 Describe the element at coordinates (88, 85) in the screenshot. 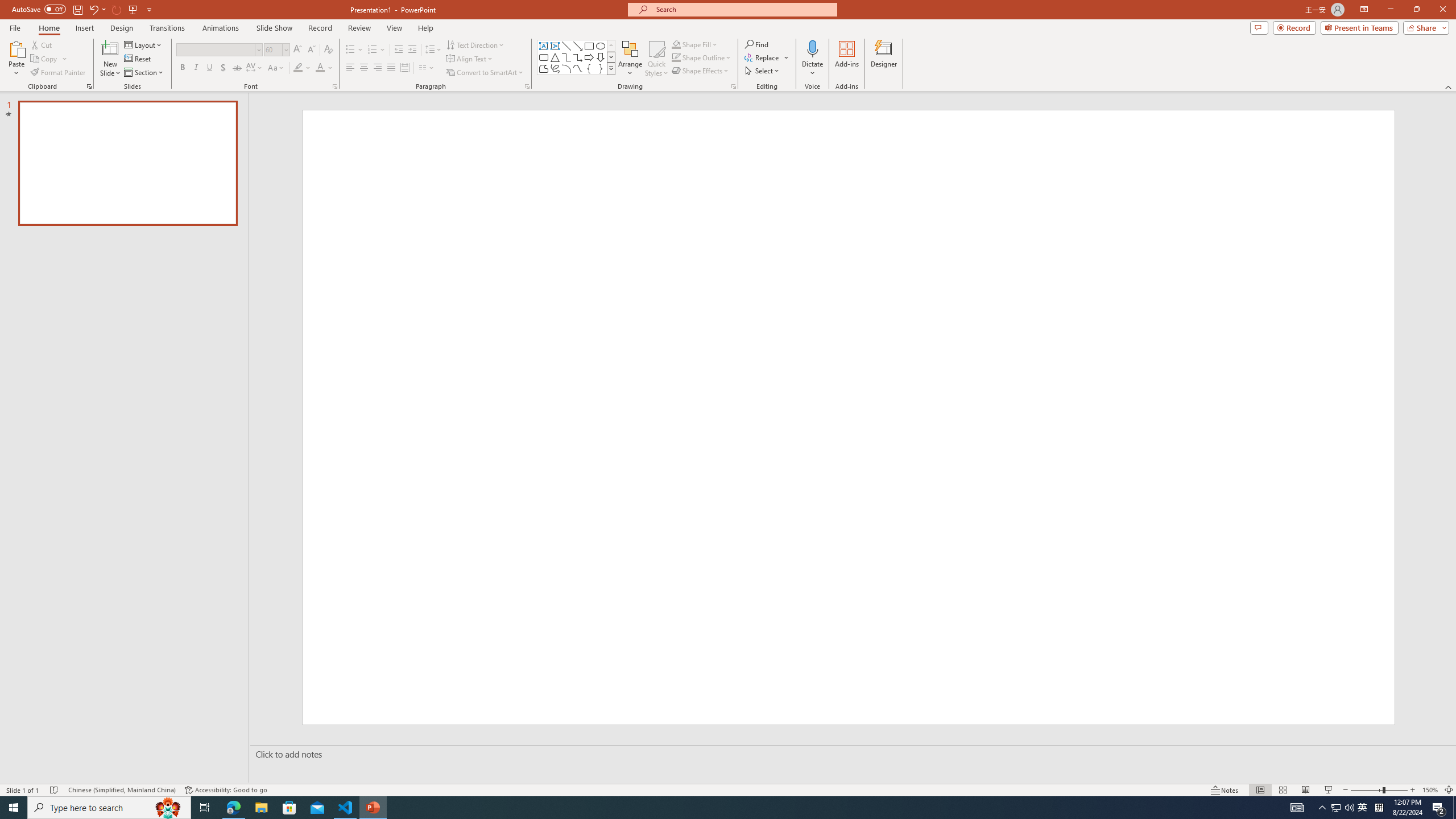

I see `'Office Clipboard...'` at that location.